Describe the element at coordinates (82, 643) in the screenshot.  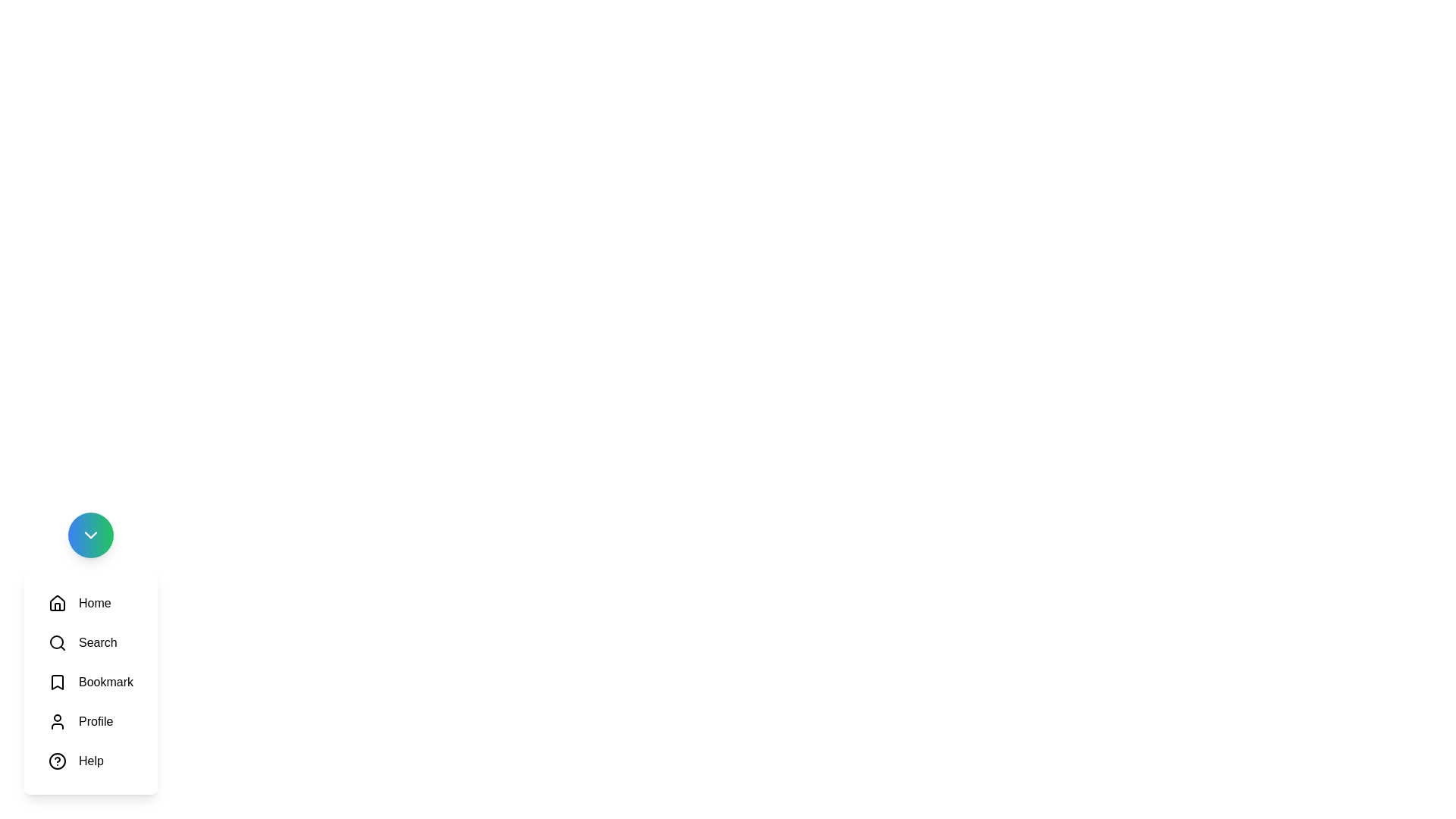
I see `the Search option in the menu` at that location.